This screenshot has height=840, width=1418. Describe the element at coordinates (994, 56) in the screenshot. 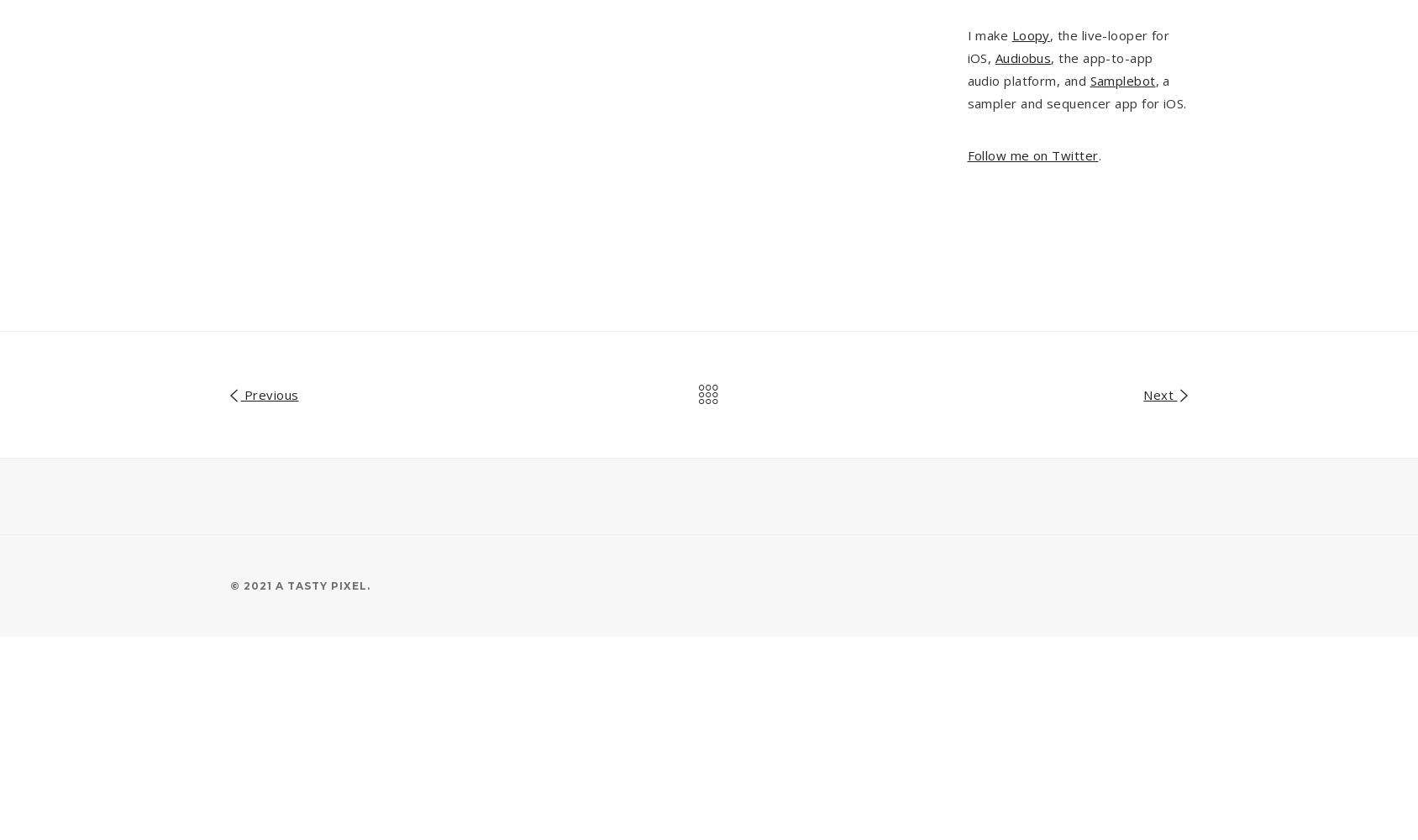

I see `'Audiobus'` at that location.